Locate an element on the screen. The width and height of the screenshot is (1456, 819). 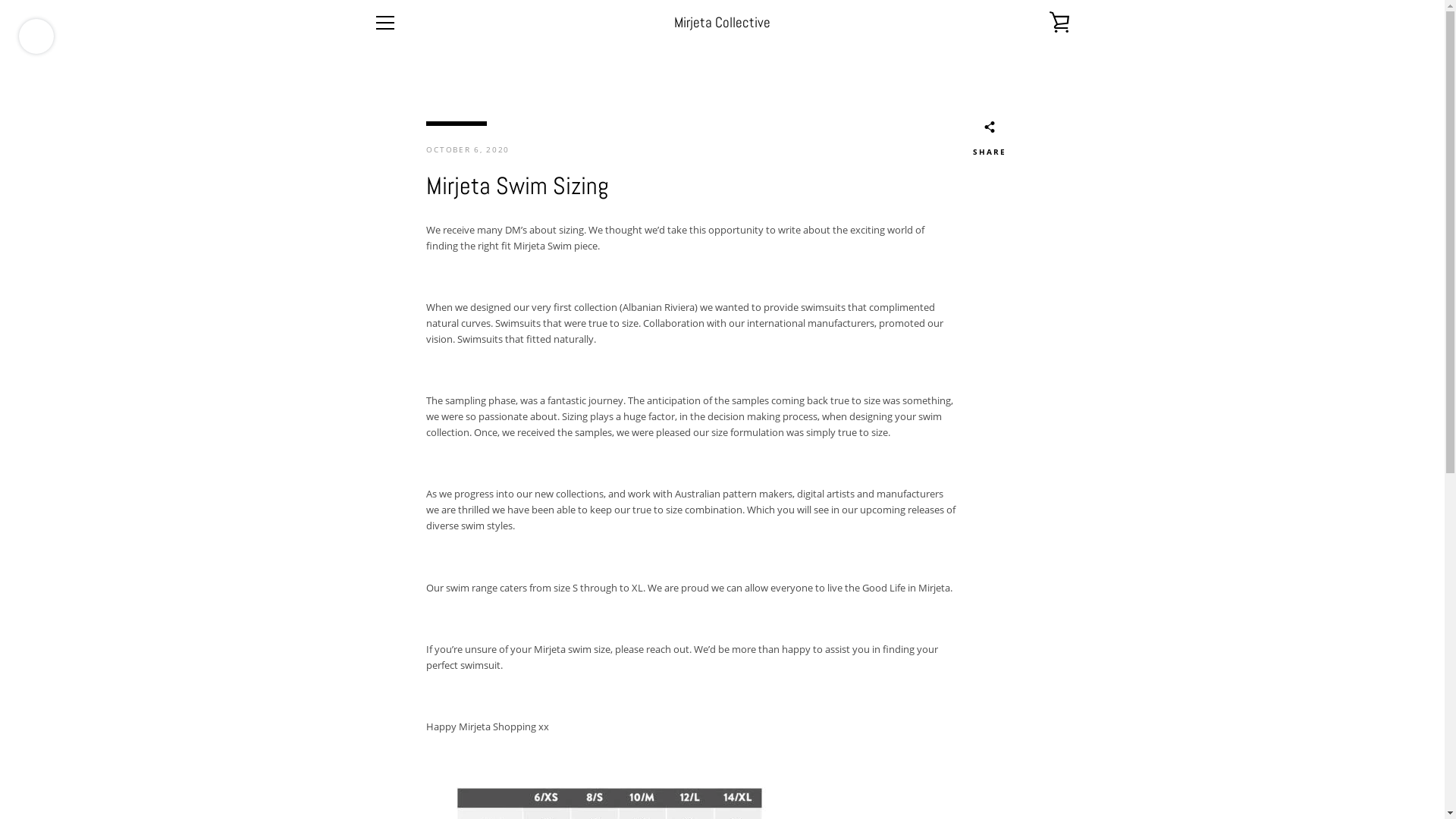
'LEGALS' is located at coordinates (389, 679).